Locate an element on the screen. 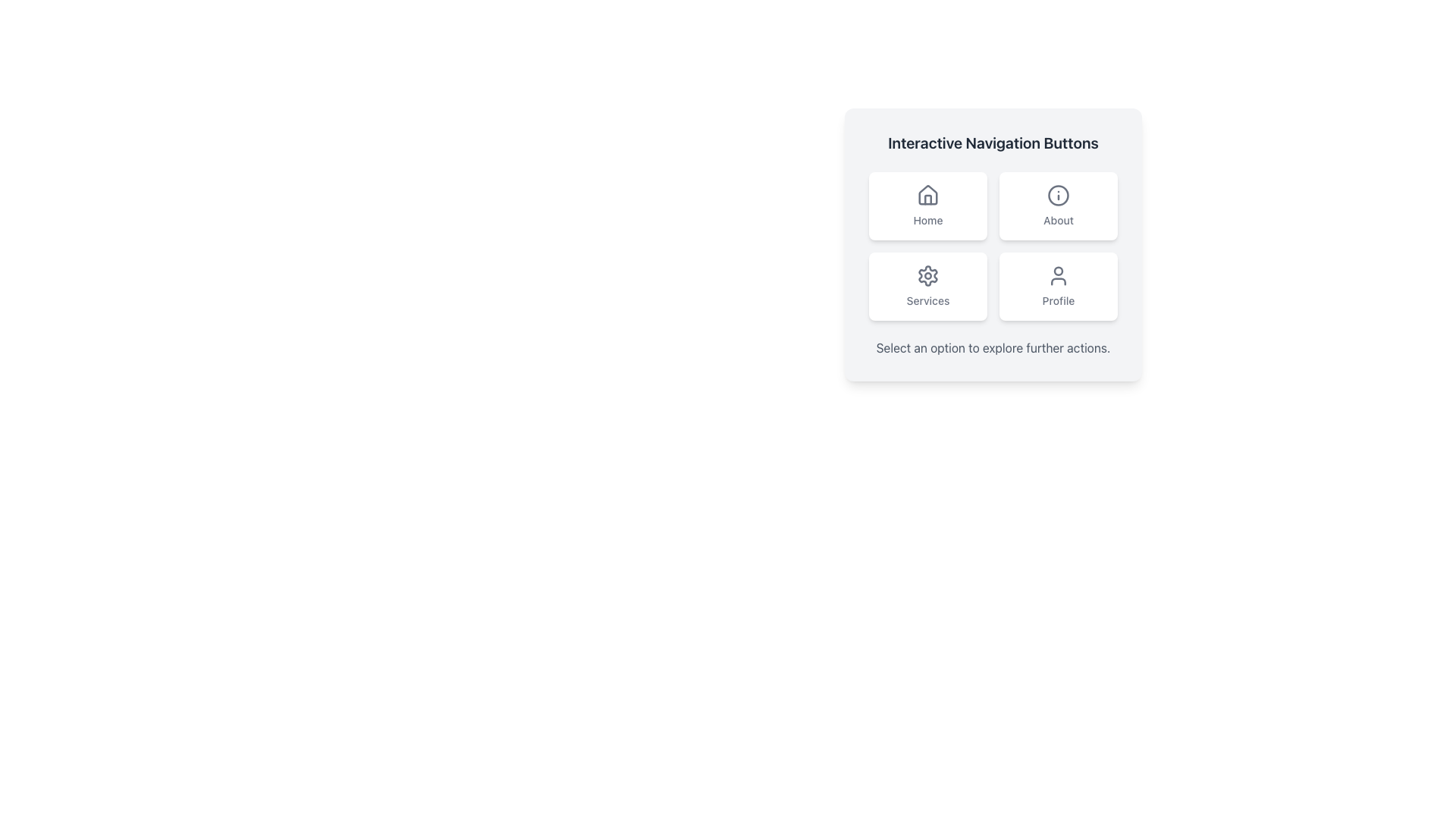 The image size is (1456, 819). the 'Profile' icon located in the bottom-right of the 'Interactive Navigation Buttons' grid is located at coordinates (1058, 275).